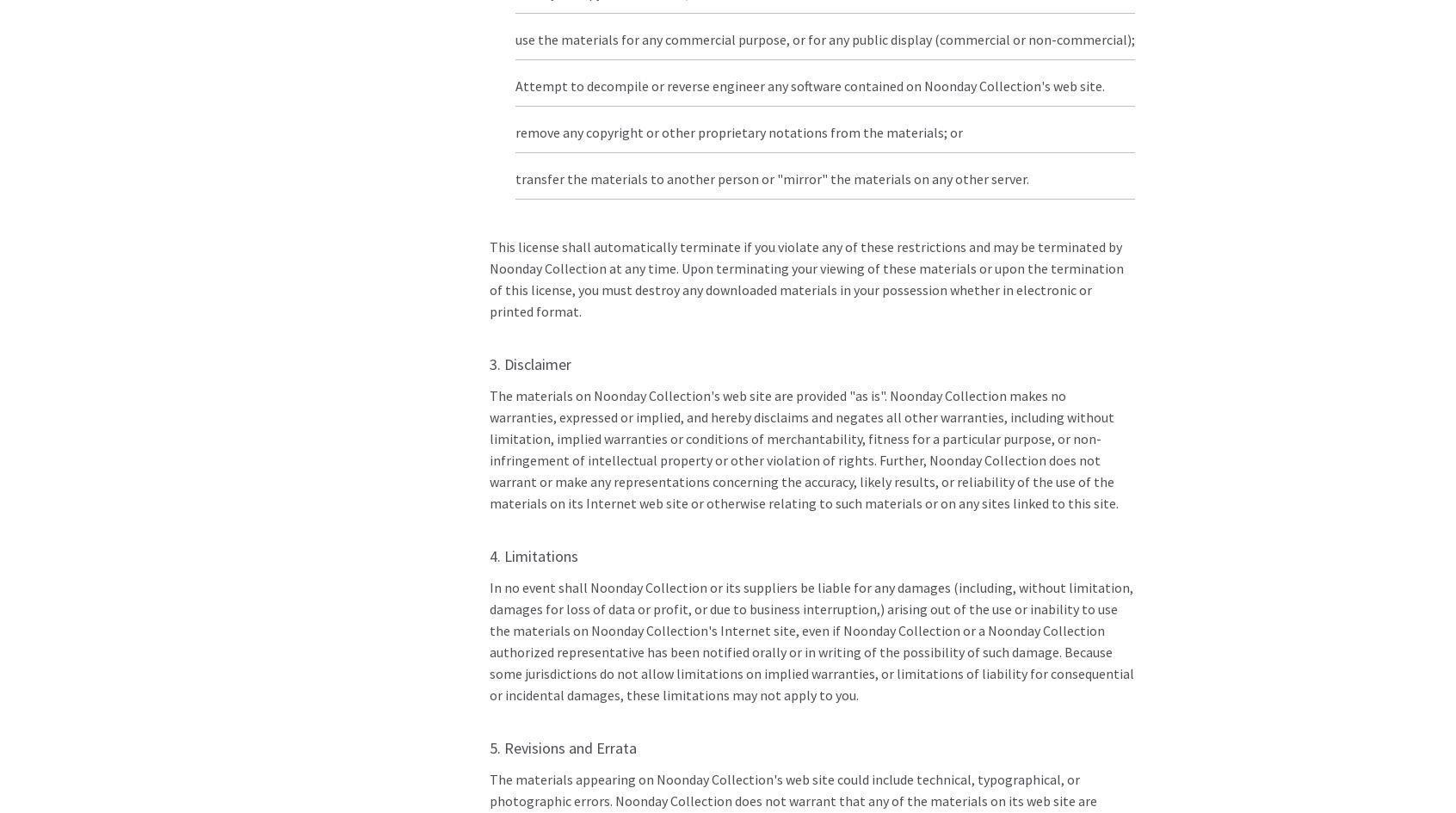 Image resolution: width=1456 pixels, height=813 pixels. I want to click on 'Attempt to decompile or reverse engineer any software contained on Noonday Collection's web site.', so click(513, 84).